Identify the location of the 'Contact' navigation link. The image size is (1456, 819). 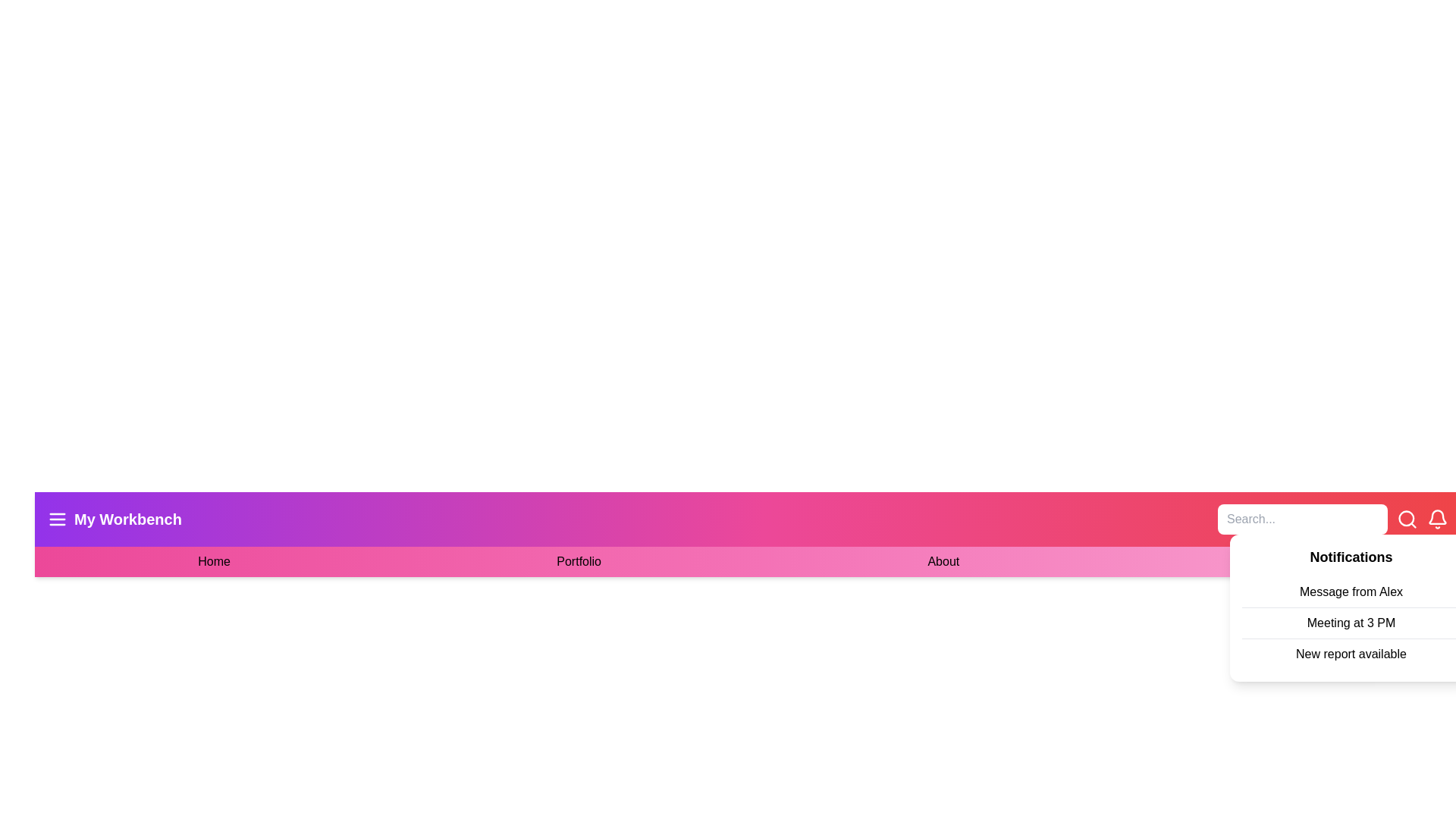
(1306, 561).